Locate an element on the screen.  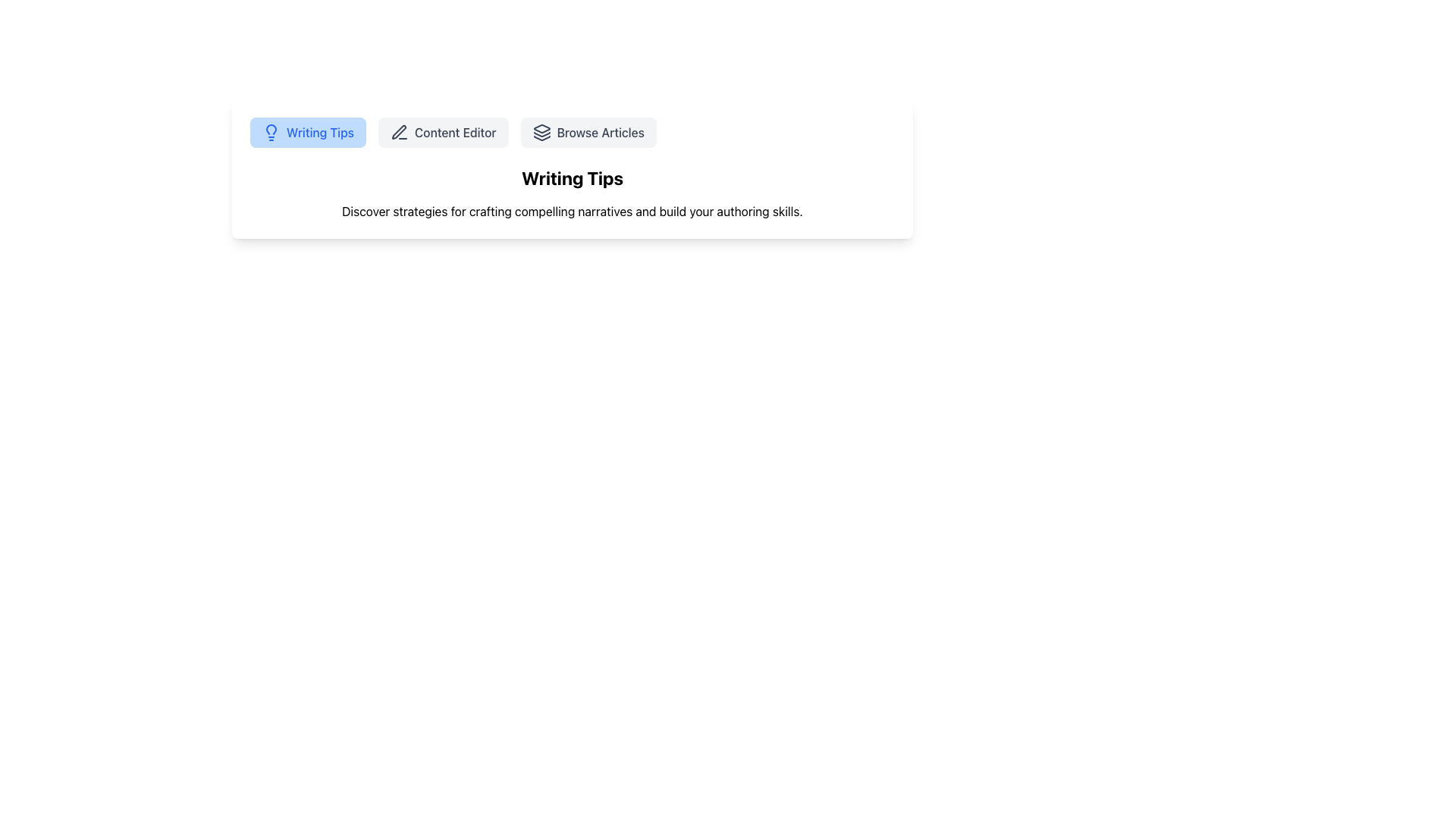
the Navigation Menu Group is located at coordinates (571, 131).